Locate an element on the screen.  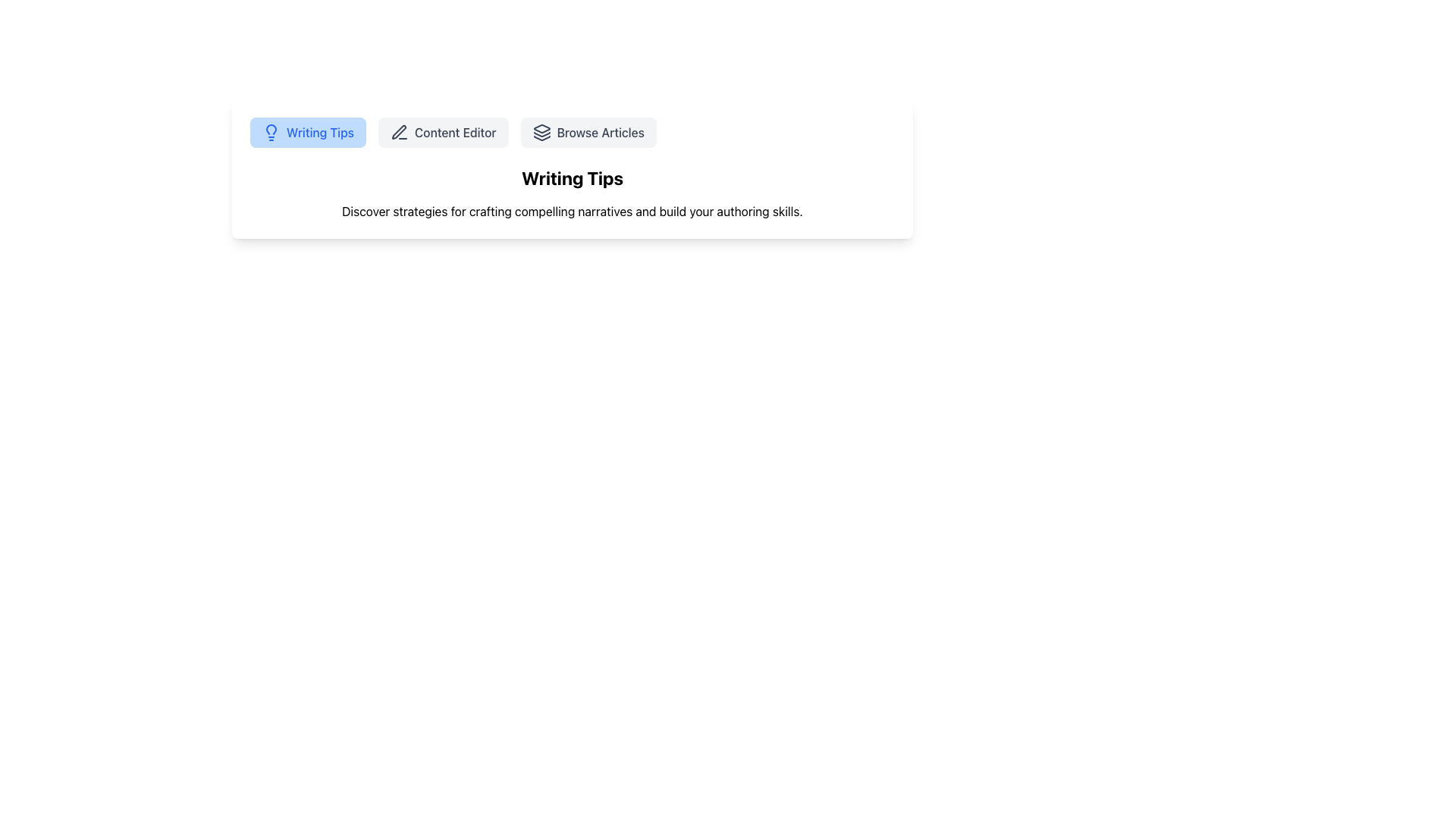
the Navigation Menu Group is located at coordinates (571, 131).